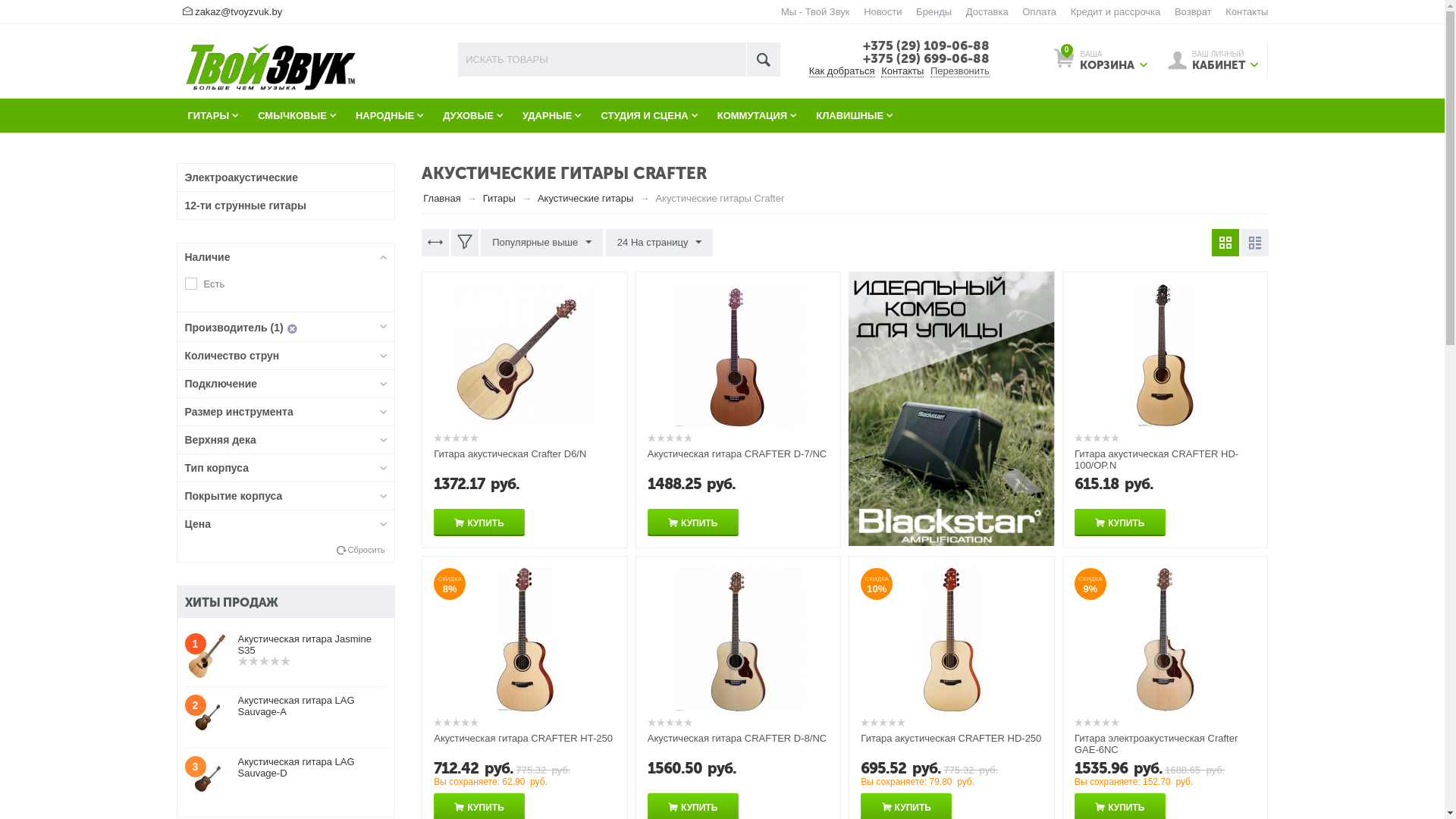 The image size is (1456, 819). What do you see at coordinates (925, 58) in the screenshot?
I see `'+375 (29) 699-06-88'` at bounding box center [925, 58].